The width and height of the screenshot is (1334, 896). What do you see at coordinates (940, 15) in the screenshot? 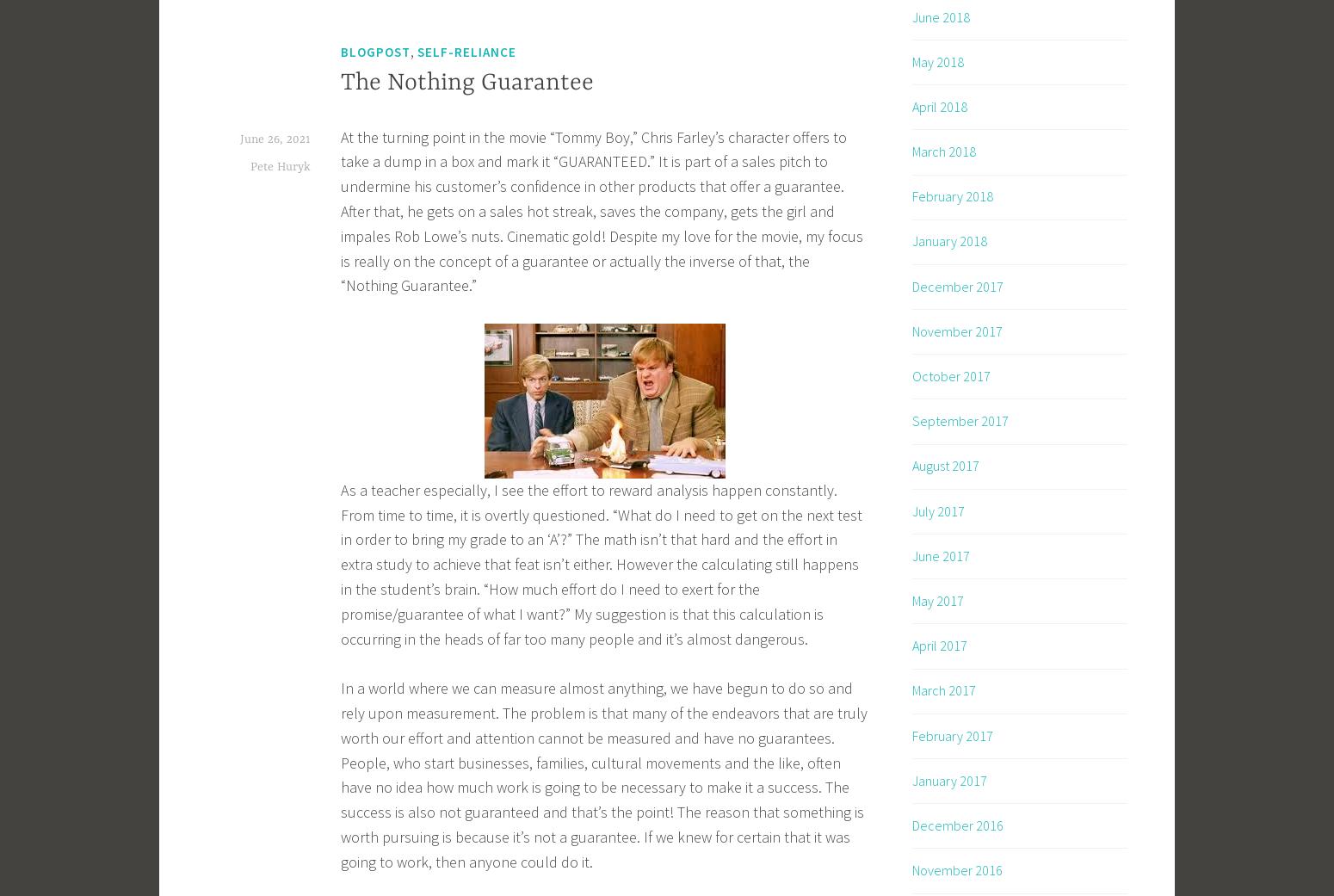
I see `'June 2018'` at bounding box center [940, 15].